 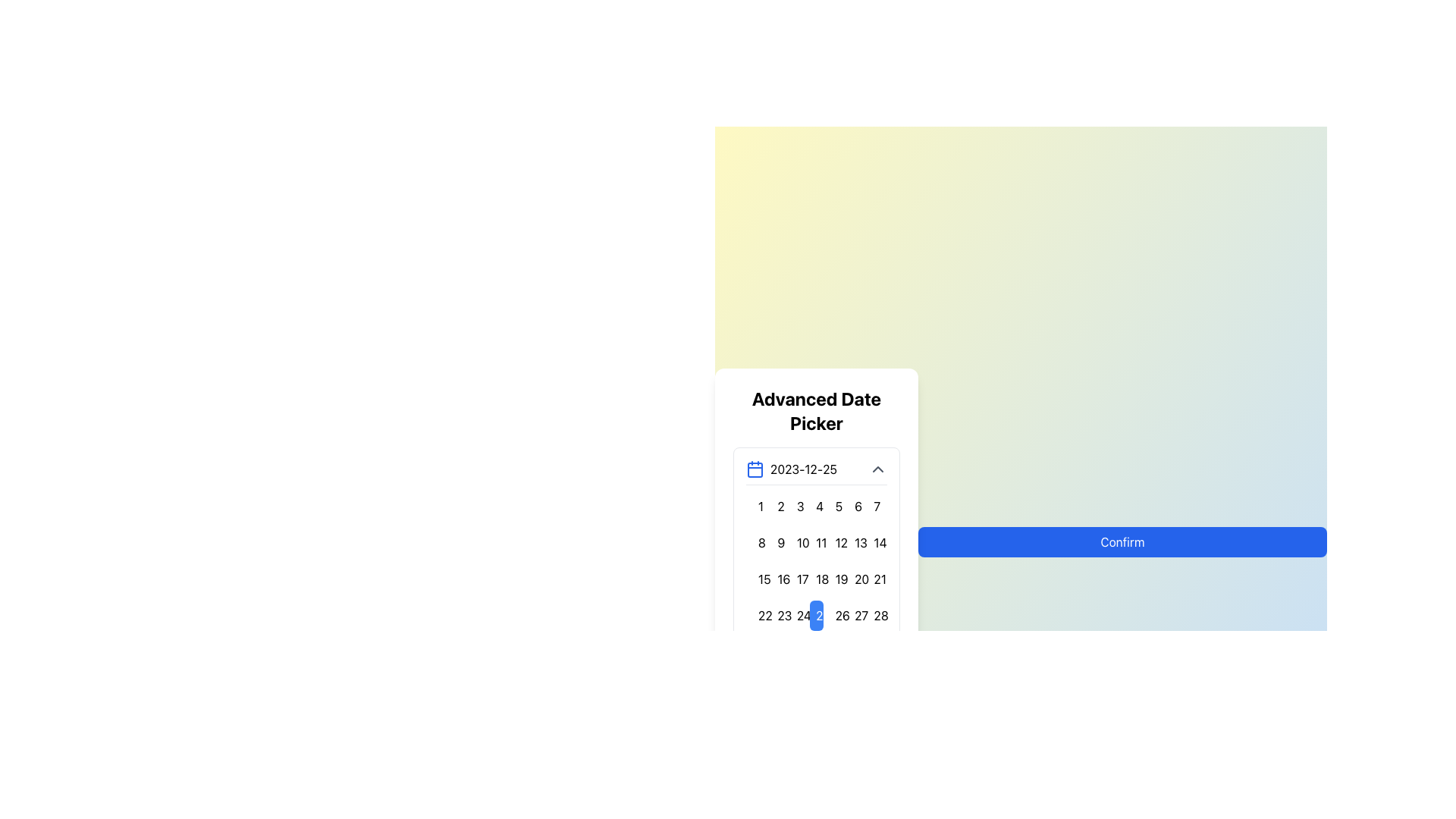 I want to click on the rounded rectangular button displaying '17' located in the third column of the third row in the date picker calendar interface, so click(x=796, y=579).